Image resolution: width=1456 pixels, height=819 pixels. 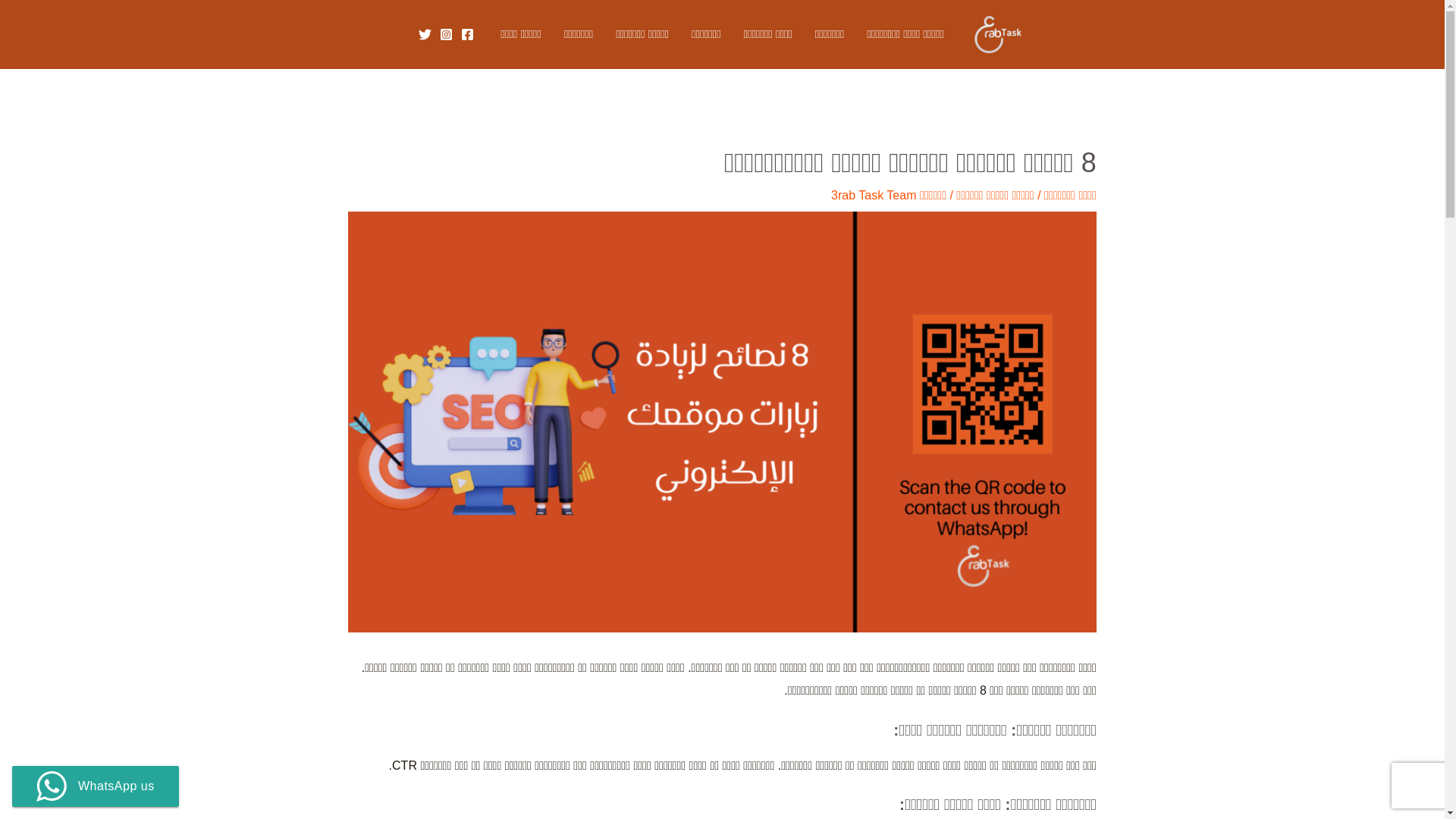 I want to click on '3rab Task Team', so click(x=830, y=194).